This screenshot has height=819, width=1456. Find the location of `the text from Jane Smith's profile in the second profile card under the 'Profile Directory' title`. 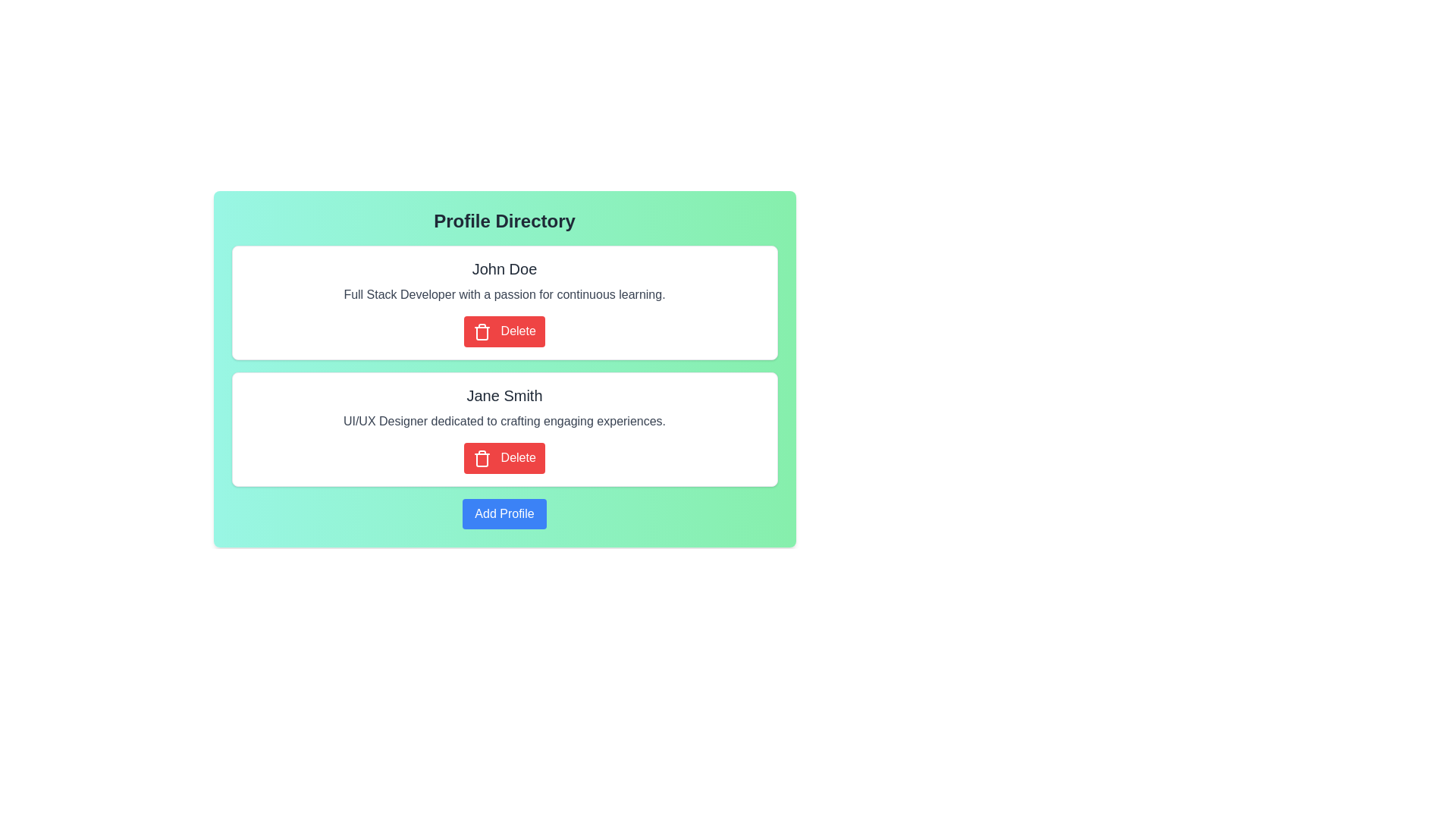

the text from Jane Smith's profile in the second profile card under the 'Profile Directory' title is located at coordinates (504, 386).